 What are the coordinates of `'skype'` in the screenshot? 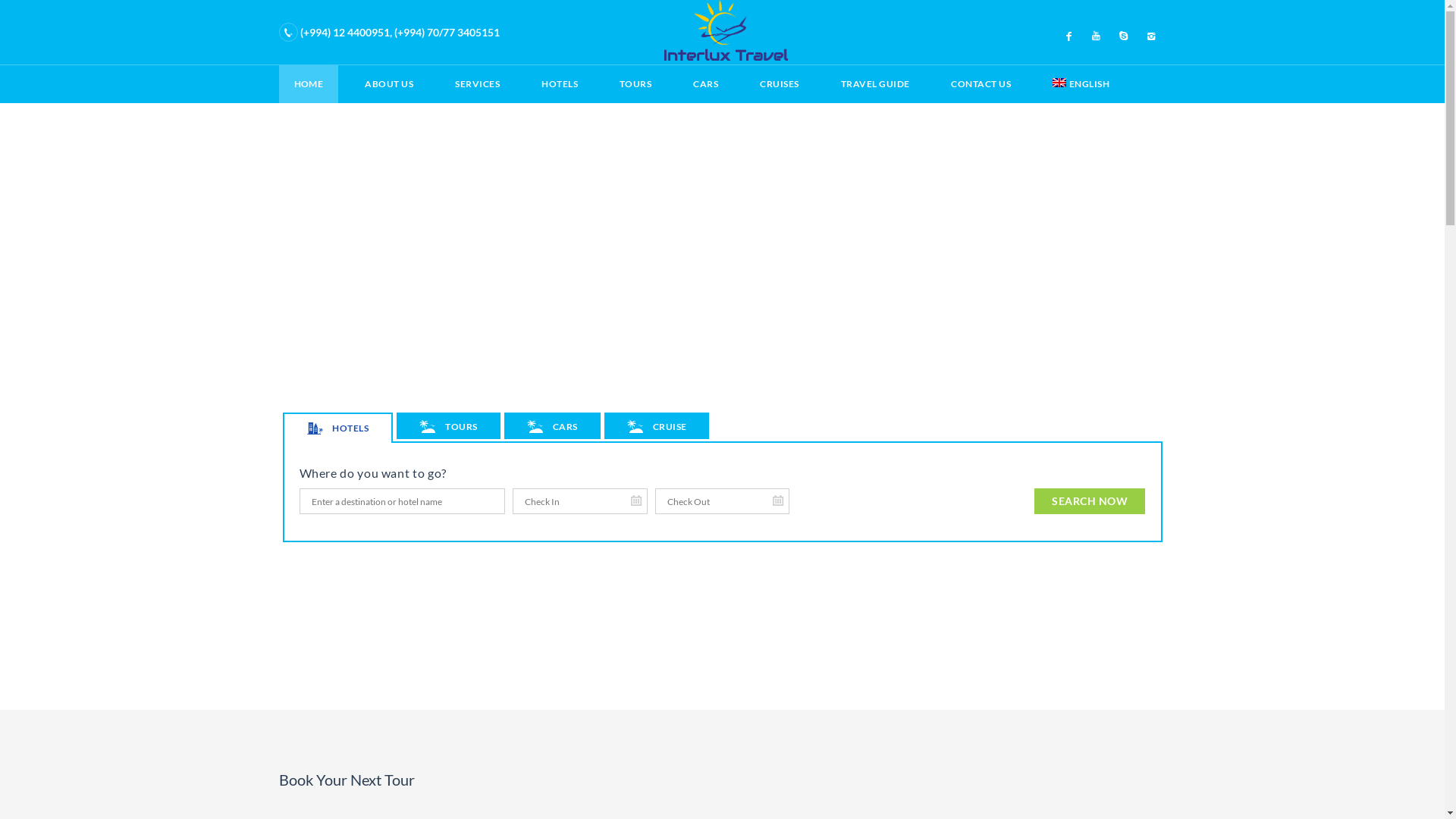 It's located at (1124, 34).